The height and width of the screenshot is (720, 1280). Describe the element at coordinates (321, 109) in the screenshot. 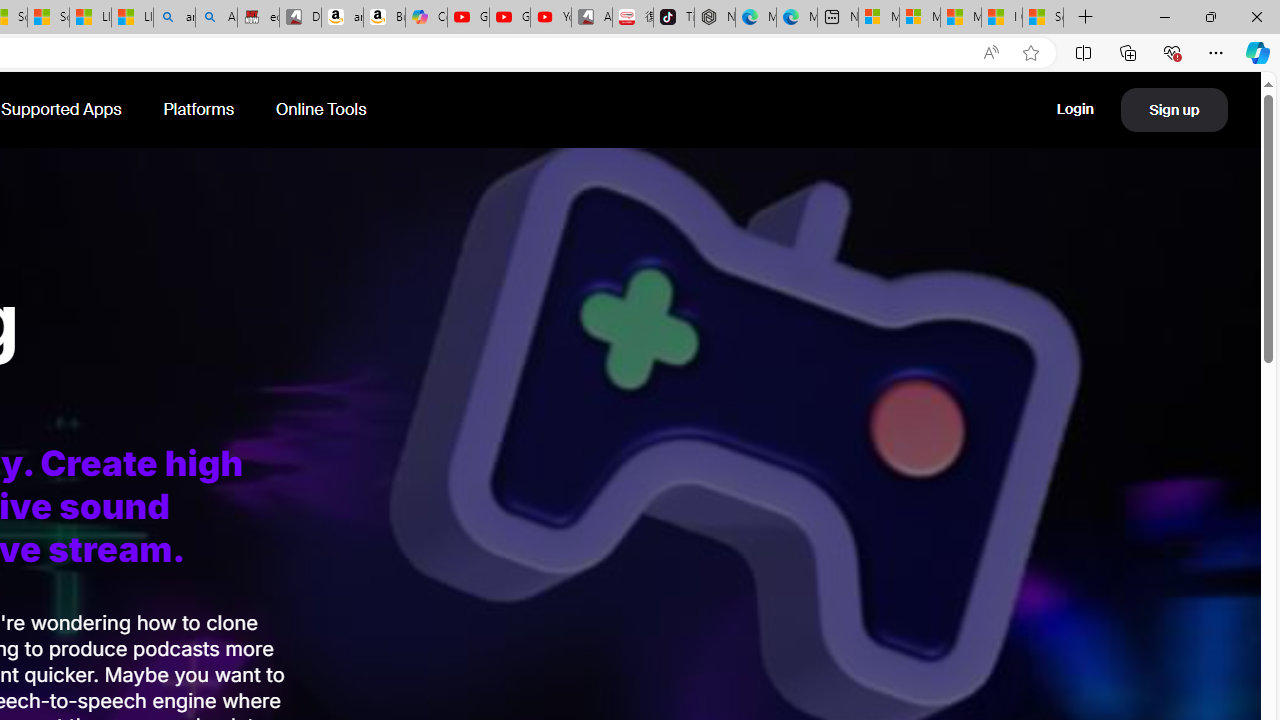

I see `'Online Tools'` at that location.